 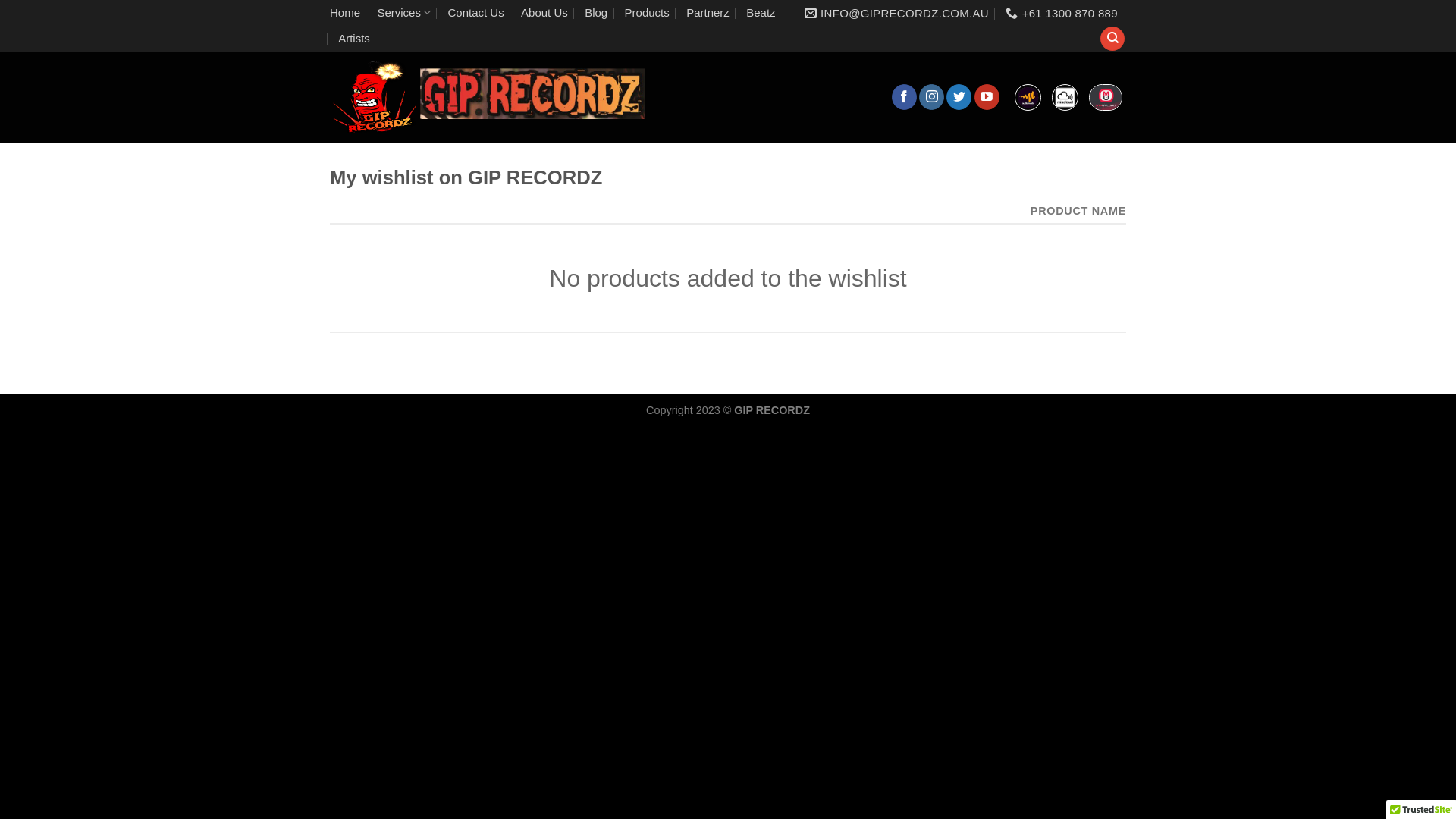 I want to click on 'Contact Us', so click(x=475, y=12).